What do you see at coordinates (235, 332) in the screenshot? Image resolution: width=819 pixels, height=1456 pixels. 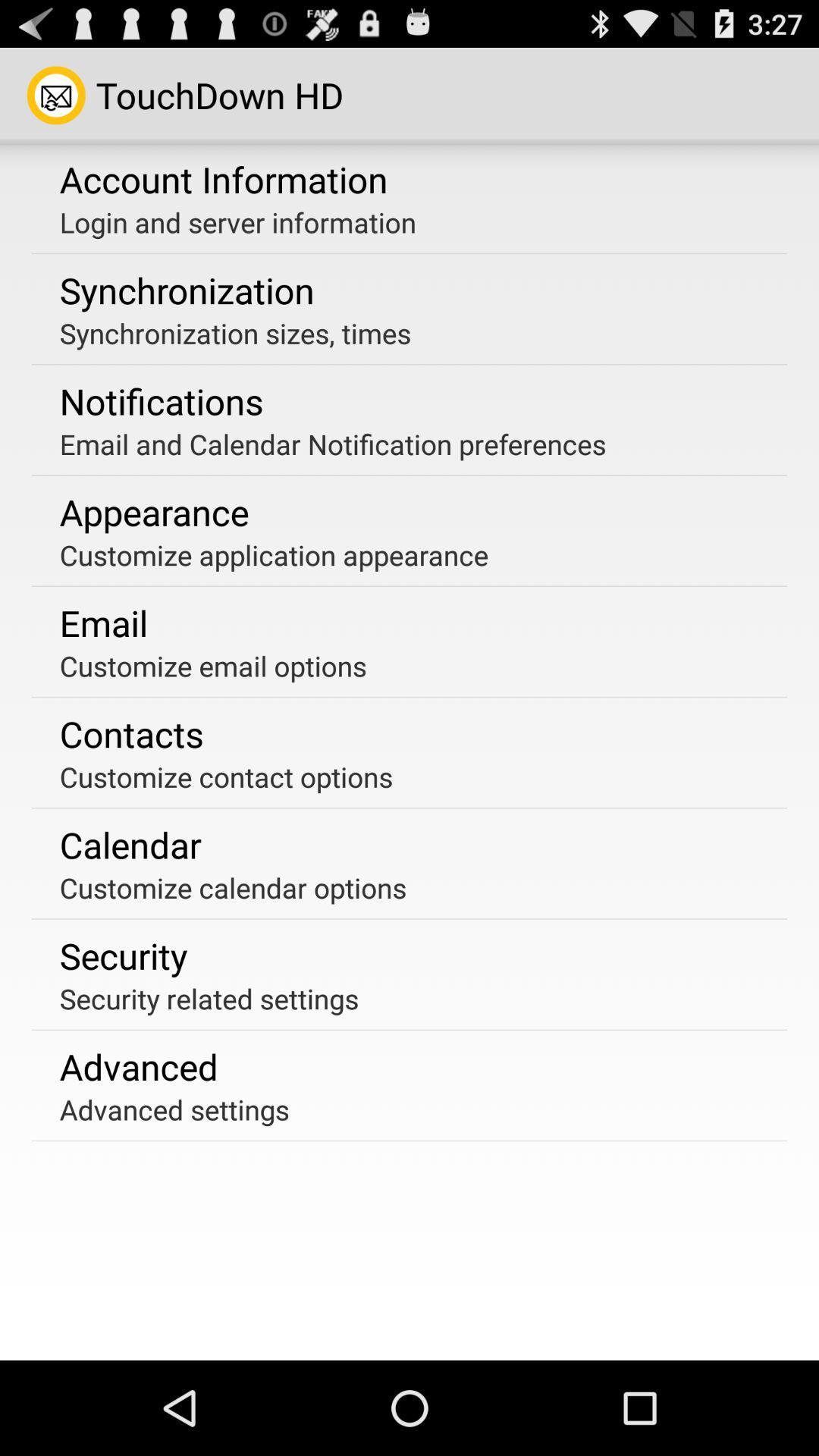 I see `the app below the synchronization` at bounding box center [235, 332].